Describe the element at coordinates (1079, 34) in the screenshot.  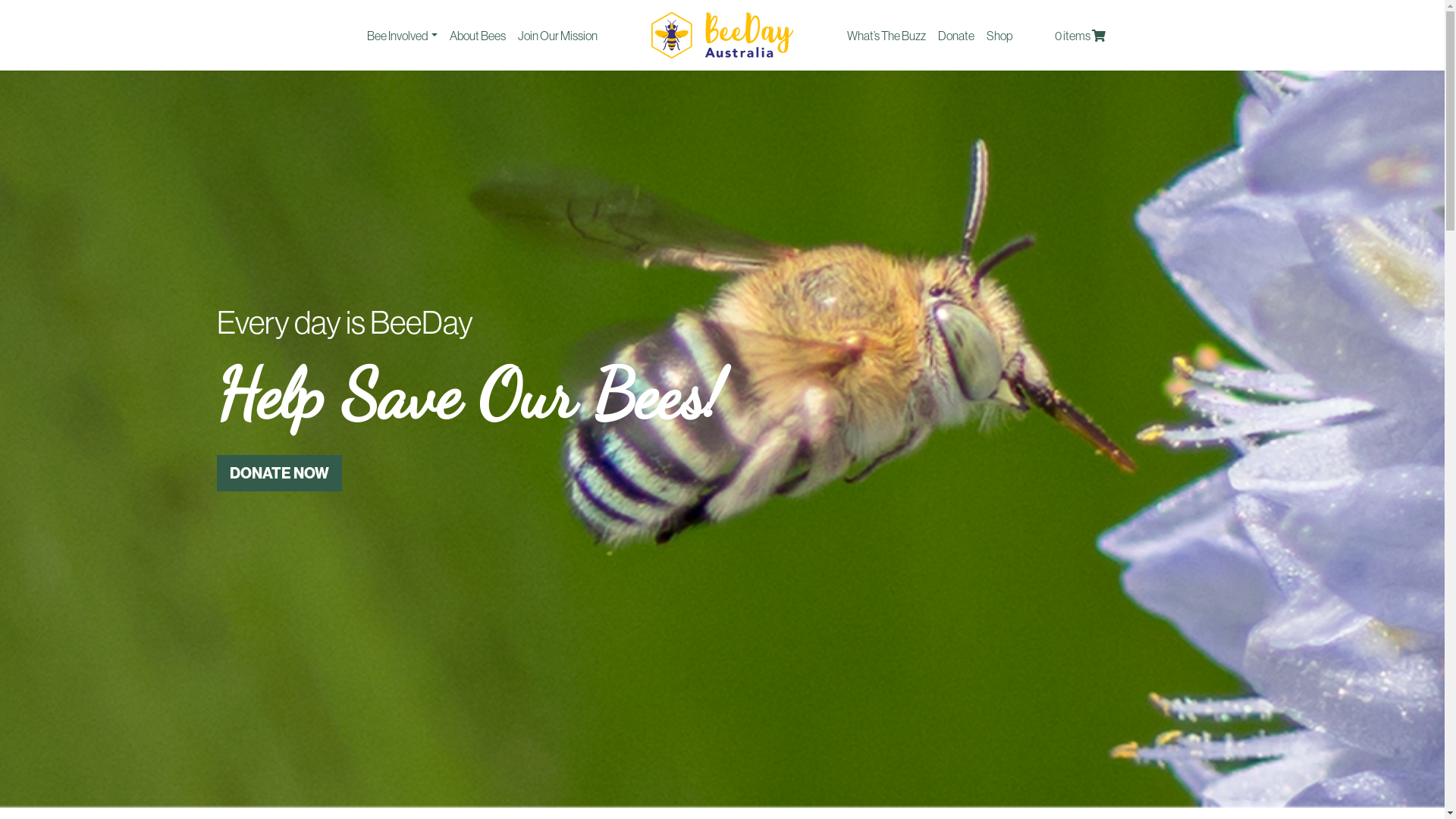
I see `'0 items'` at that location.